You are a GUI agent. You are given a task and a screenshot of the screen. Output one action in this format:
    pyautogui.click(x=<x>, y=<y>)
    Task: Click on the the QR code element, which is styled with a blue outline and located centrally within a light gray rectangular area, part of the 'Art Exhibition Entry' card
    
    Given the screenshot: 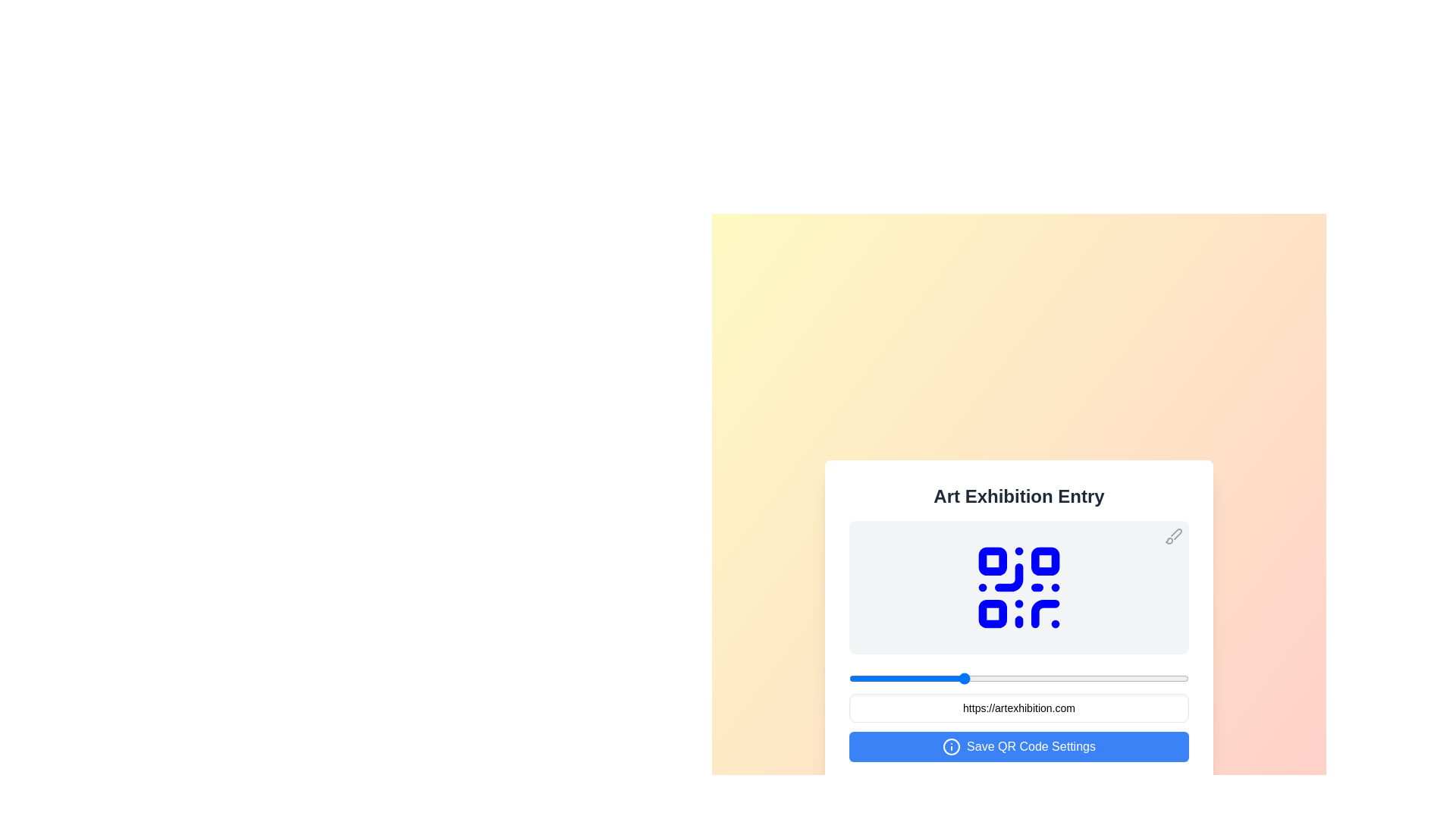 What is the action you would take?
    pyautogui.click(x=1019, y=587)
    